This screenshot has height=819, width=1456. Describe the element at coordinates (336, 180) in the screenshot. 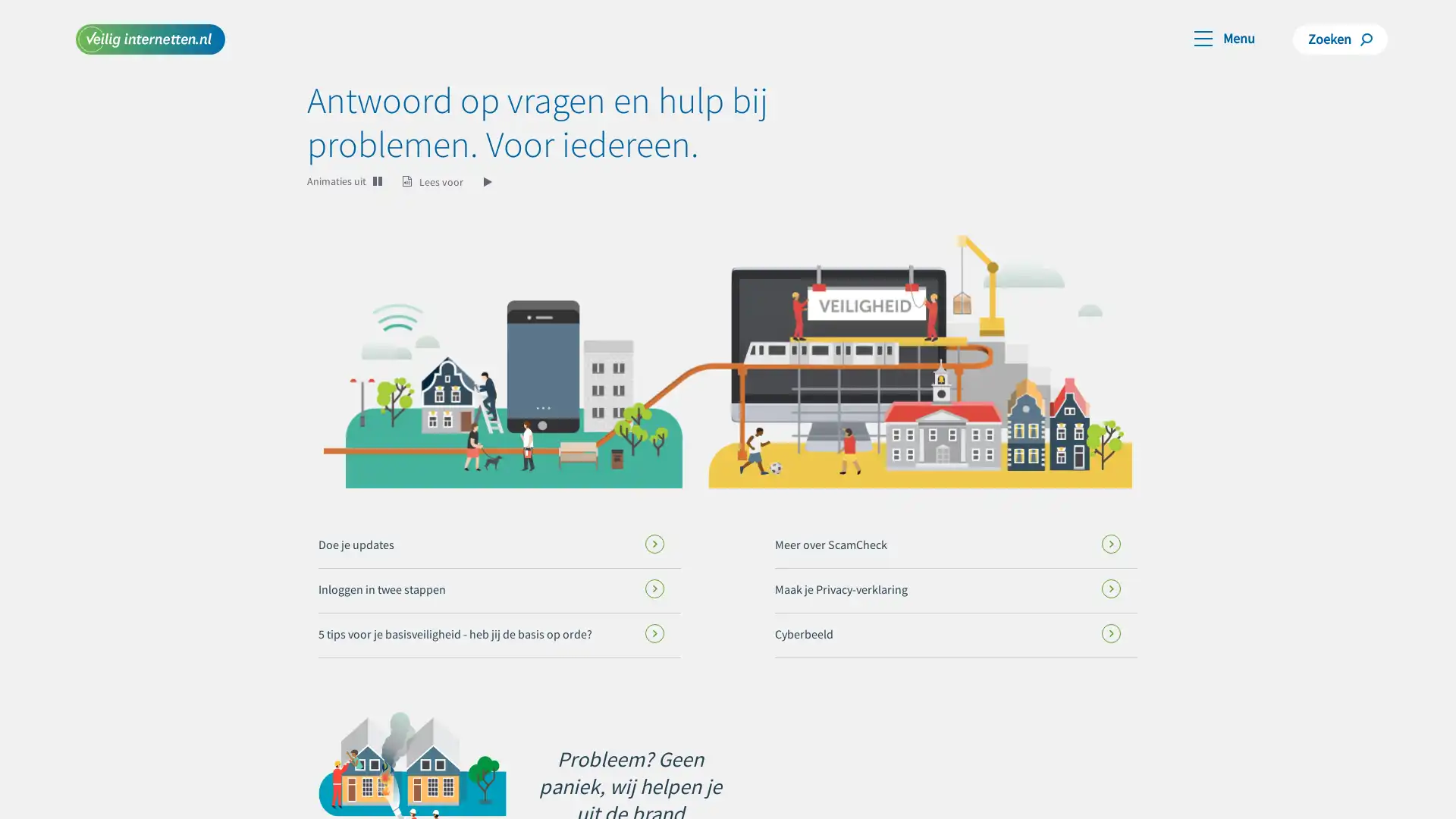

I see `Animaties uit` at that location.